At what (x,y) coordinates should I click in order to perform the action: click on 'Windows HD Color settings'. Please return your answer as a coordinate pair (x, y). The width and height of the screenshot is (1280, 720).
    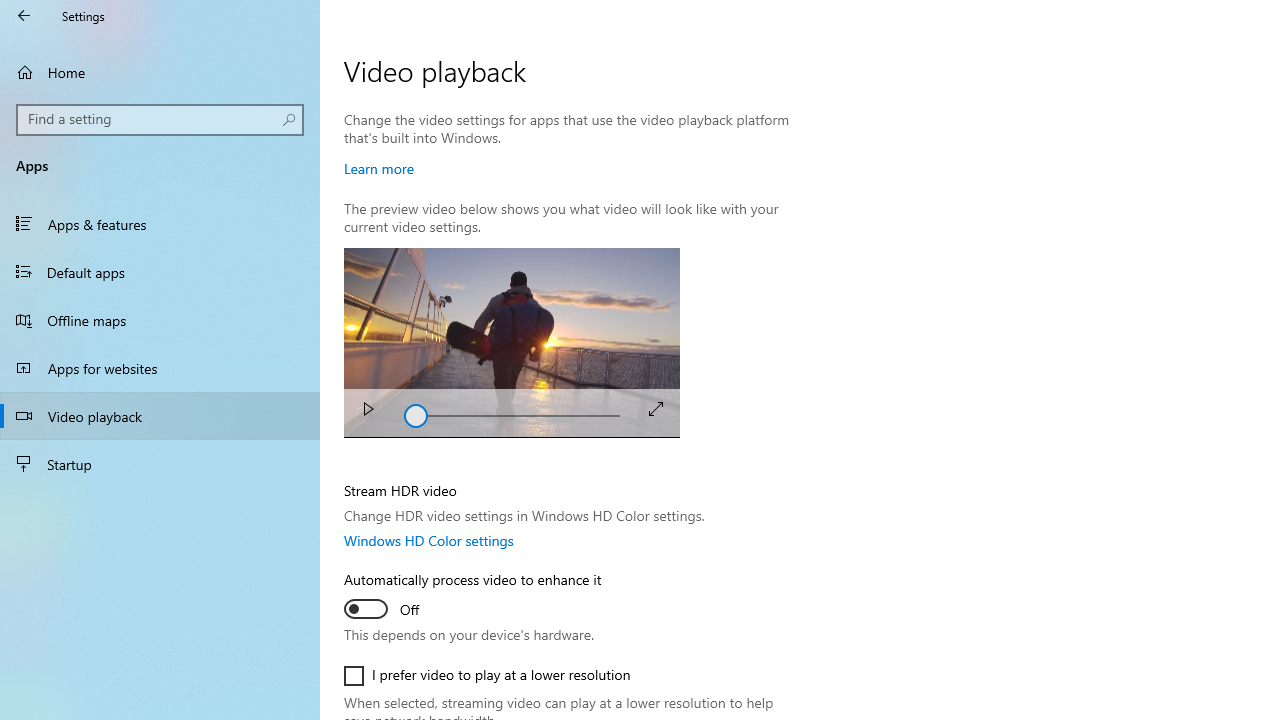
    Looking at the image, I should click on (428, 540).